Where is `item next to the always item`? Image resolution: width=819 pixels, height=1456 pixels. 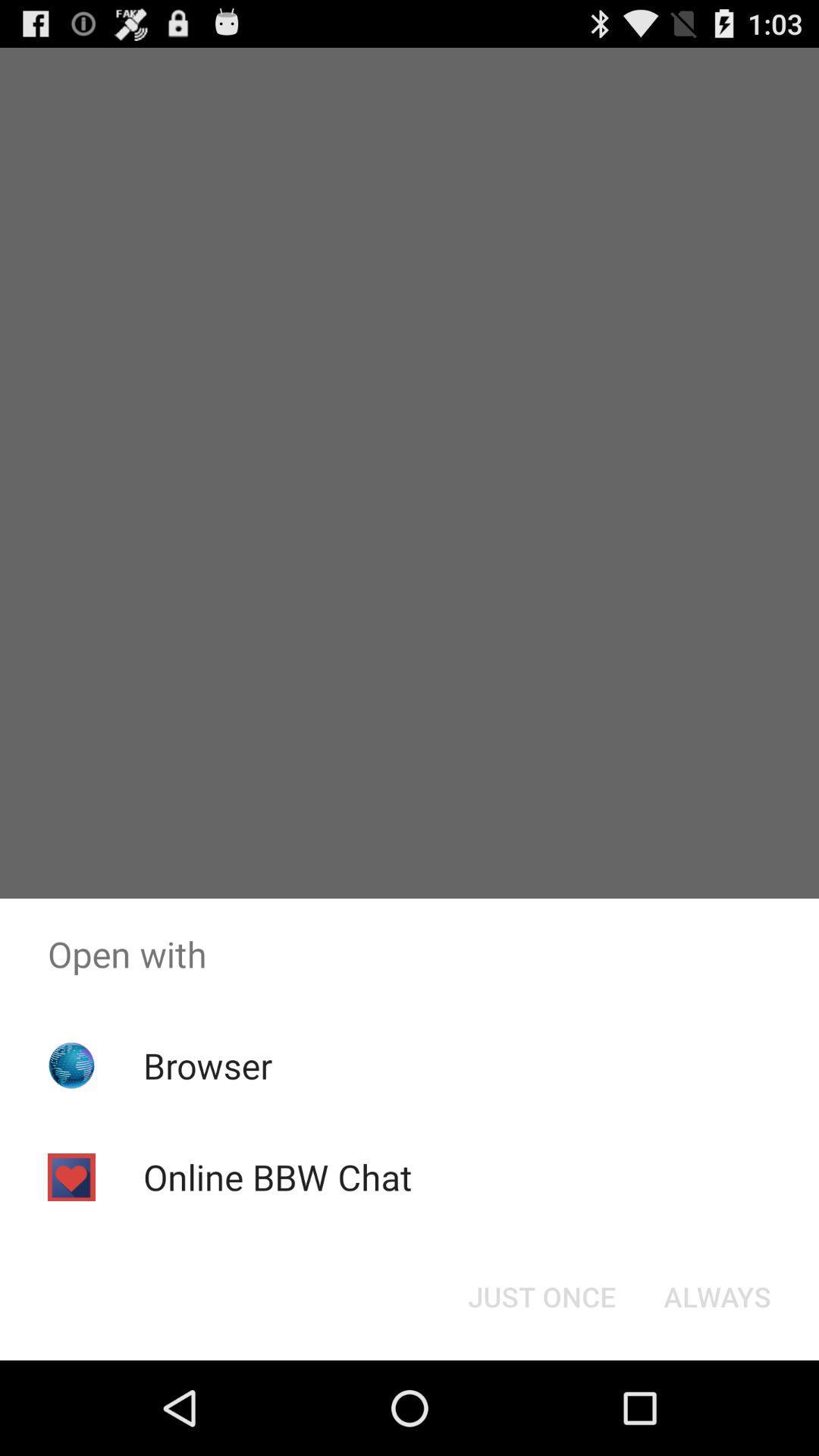 item next to the always item is located at coordinates (541, 1295).